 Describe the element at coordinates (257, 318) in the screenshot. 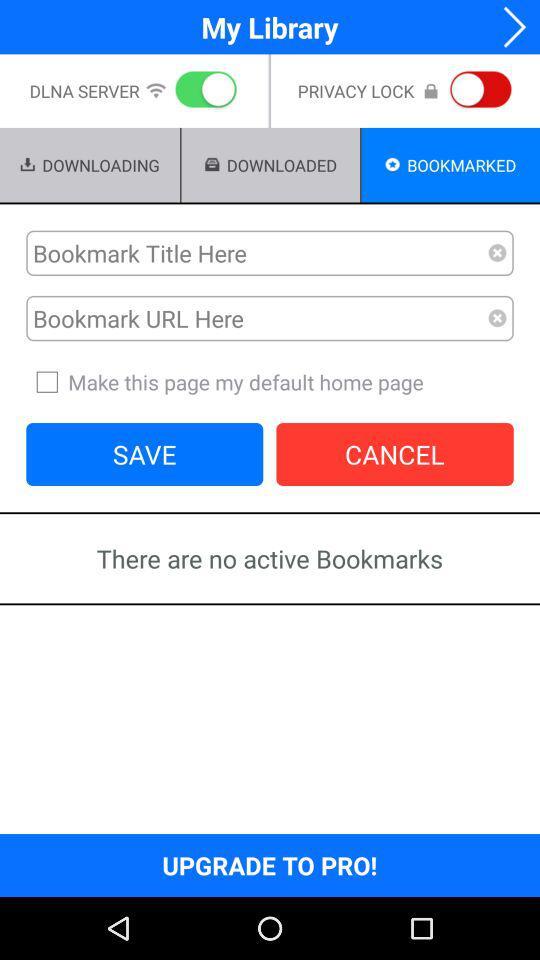

I see `url of the site youd like to bookmark` at that location.